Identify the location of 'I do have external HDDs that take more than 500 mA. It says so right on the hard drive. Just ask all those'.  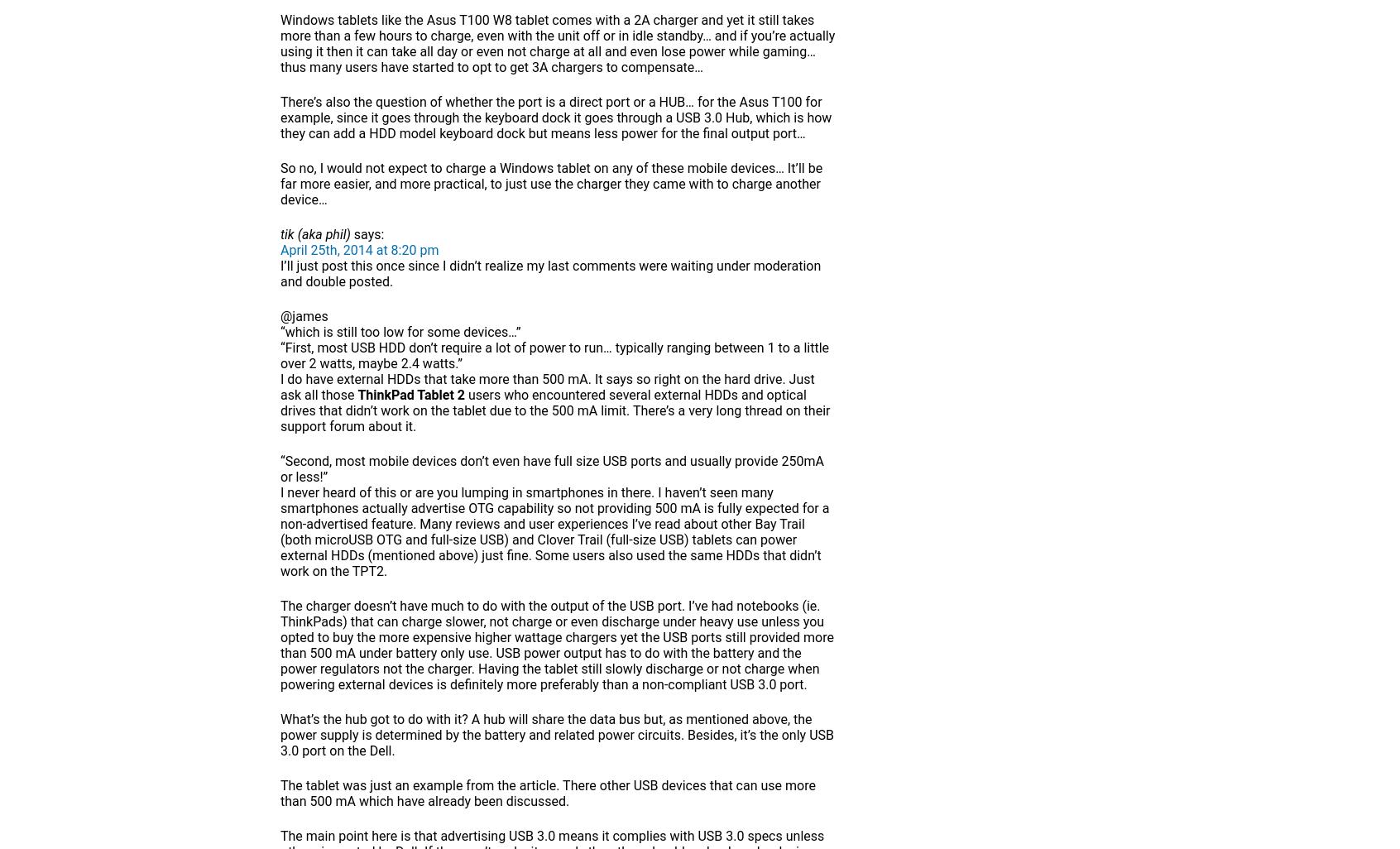
(280, 386).